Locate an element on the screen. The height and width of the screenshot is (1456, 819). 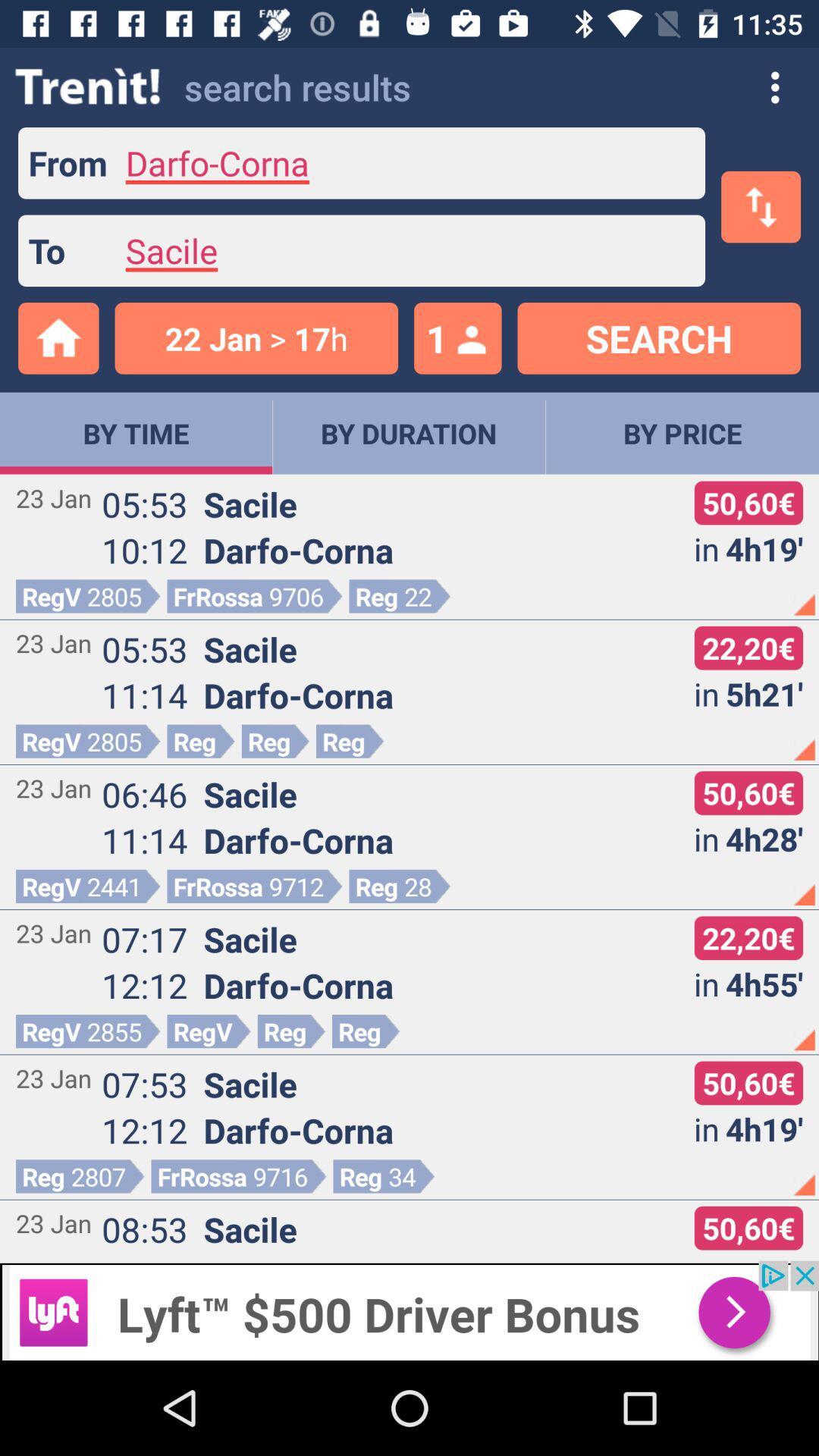
the text which is to the immediate right of to is located at coordinates (406, 251).